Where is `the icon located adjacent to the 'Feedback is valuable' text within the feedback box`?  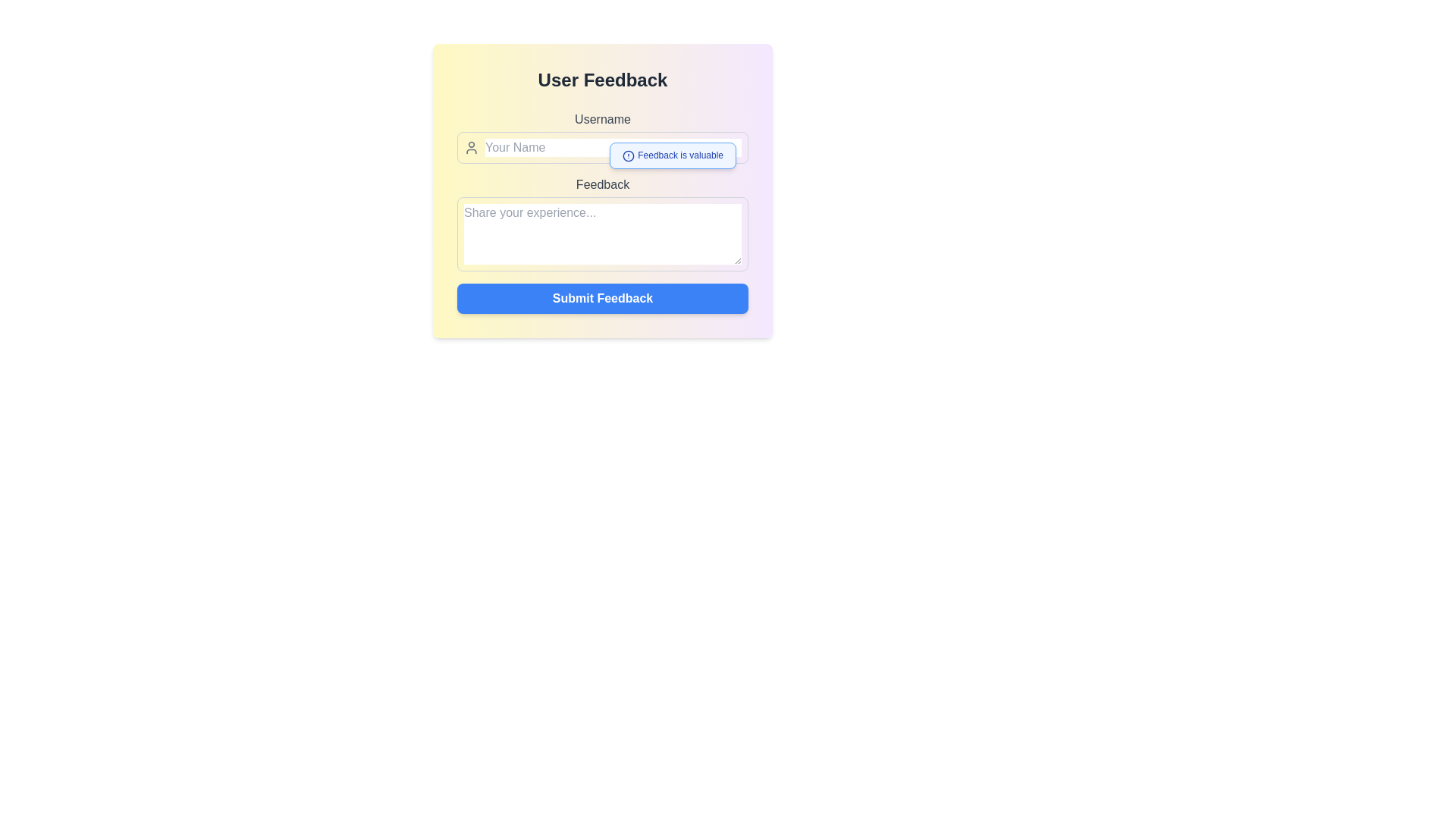 the icon located adjacent to the 'Feedback is valuable' text within the feedback box is located at coordinates (629, 155).